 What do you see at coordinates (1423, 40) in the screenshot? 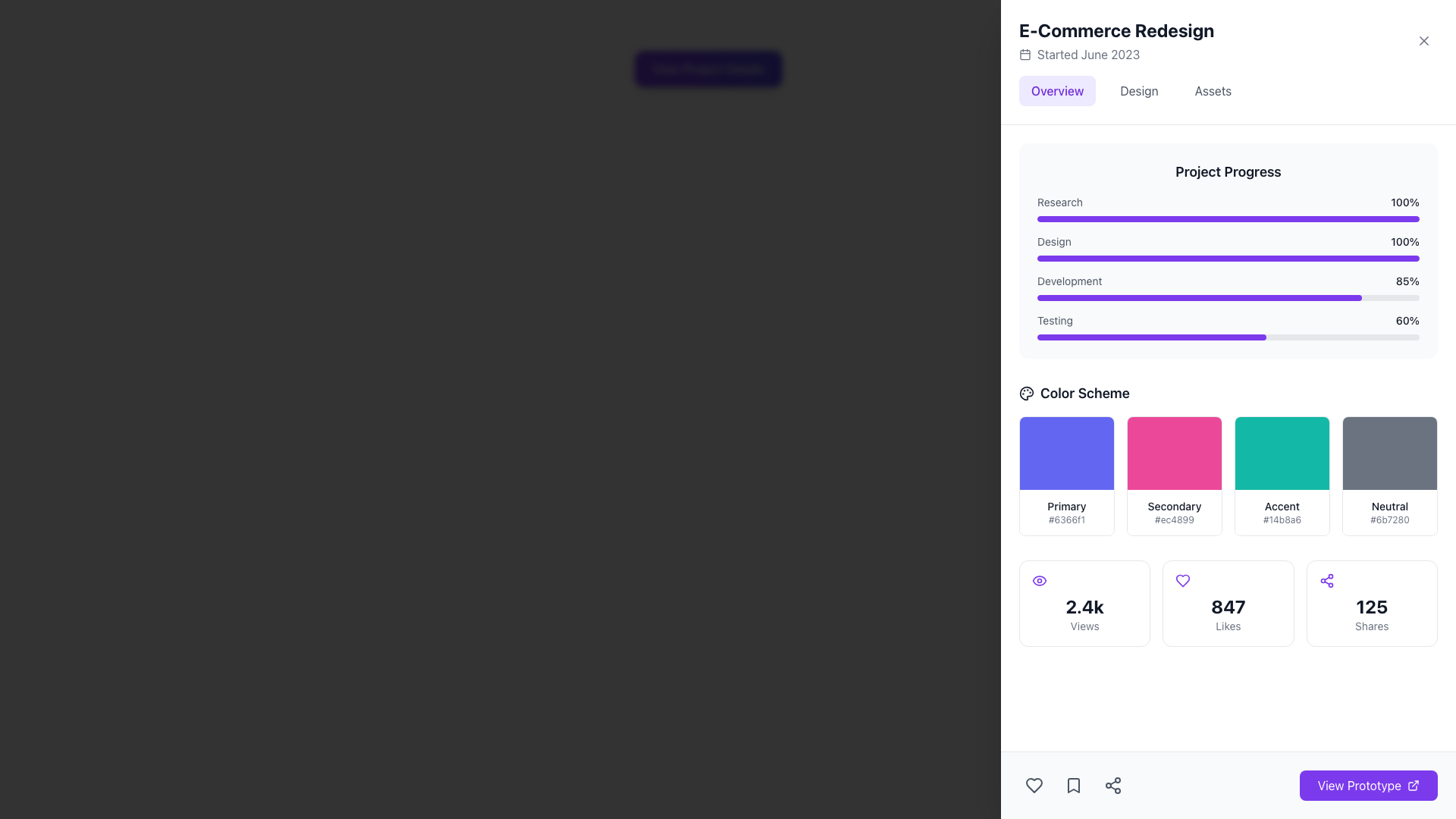
I see `the small 'X' icon located at the top-right corner of the interface, next to the title 'E-Commerce Redesign'` at bounding box center [1423, 40].